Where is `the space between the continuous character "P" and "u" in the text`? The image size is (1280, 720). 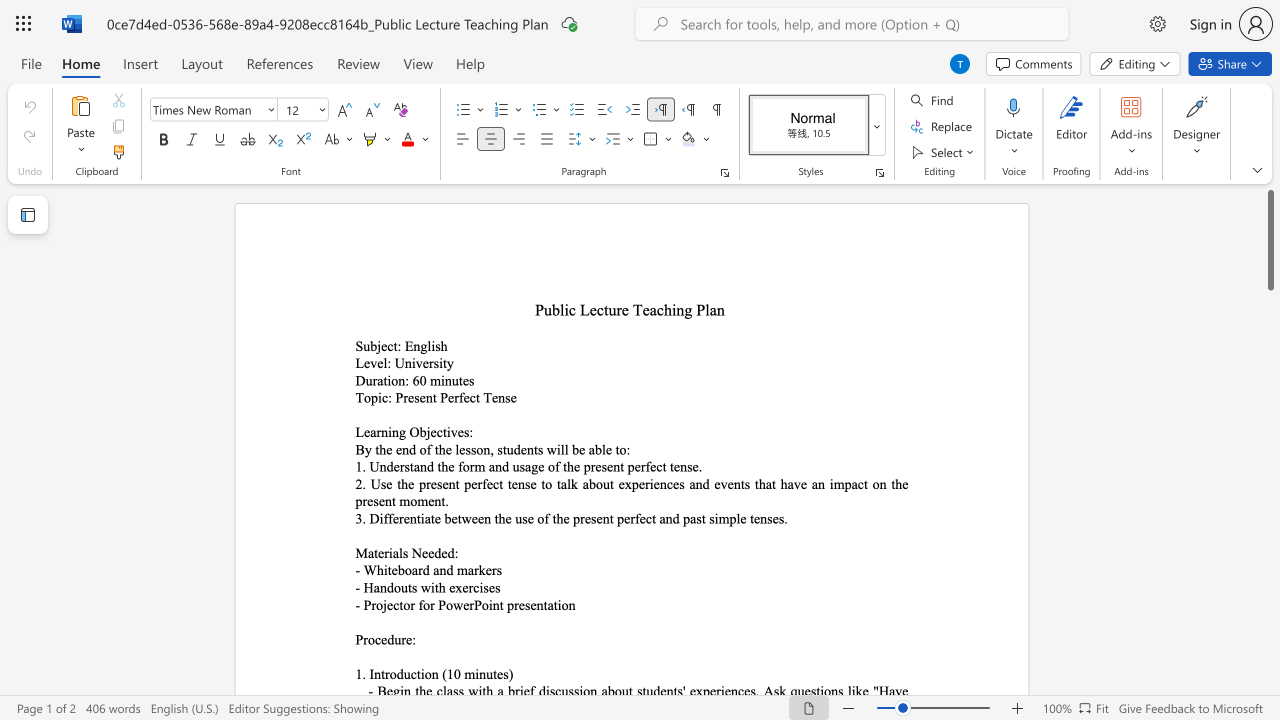 the space between the continuous character "P" and "u" in the text is located at coordinates (543, 310).